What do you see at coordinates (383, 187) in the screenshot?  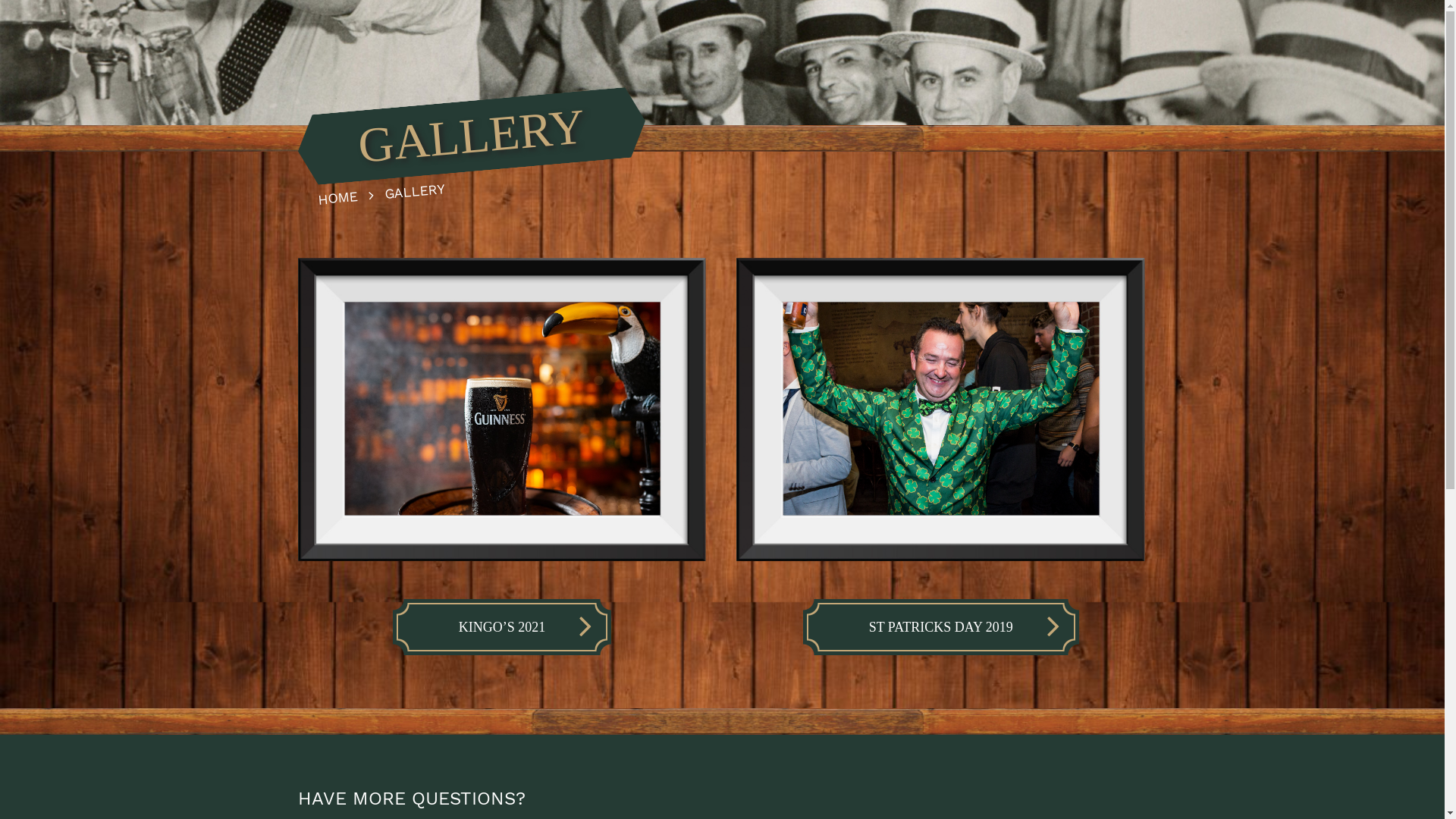 I see `'GALLERY'` at bounding box center [383, 187].